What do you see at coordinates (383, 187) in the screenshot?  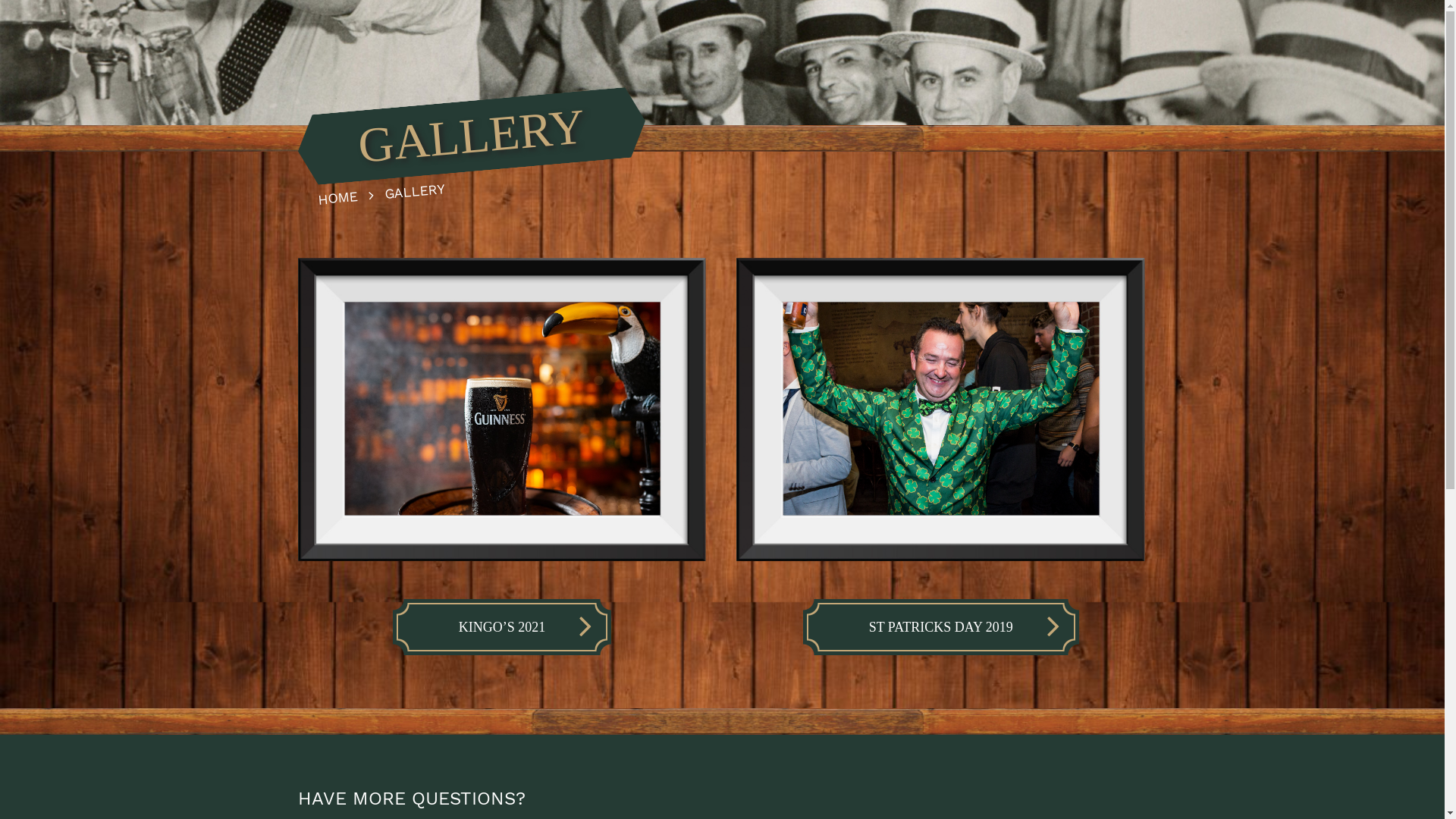 I see `'GALLERY'` at bounding box center [383, 187].